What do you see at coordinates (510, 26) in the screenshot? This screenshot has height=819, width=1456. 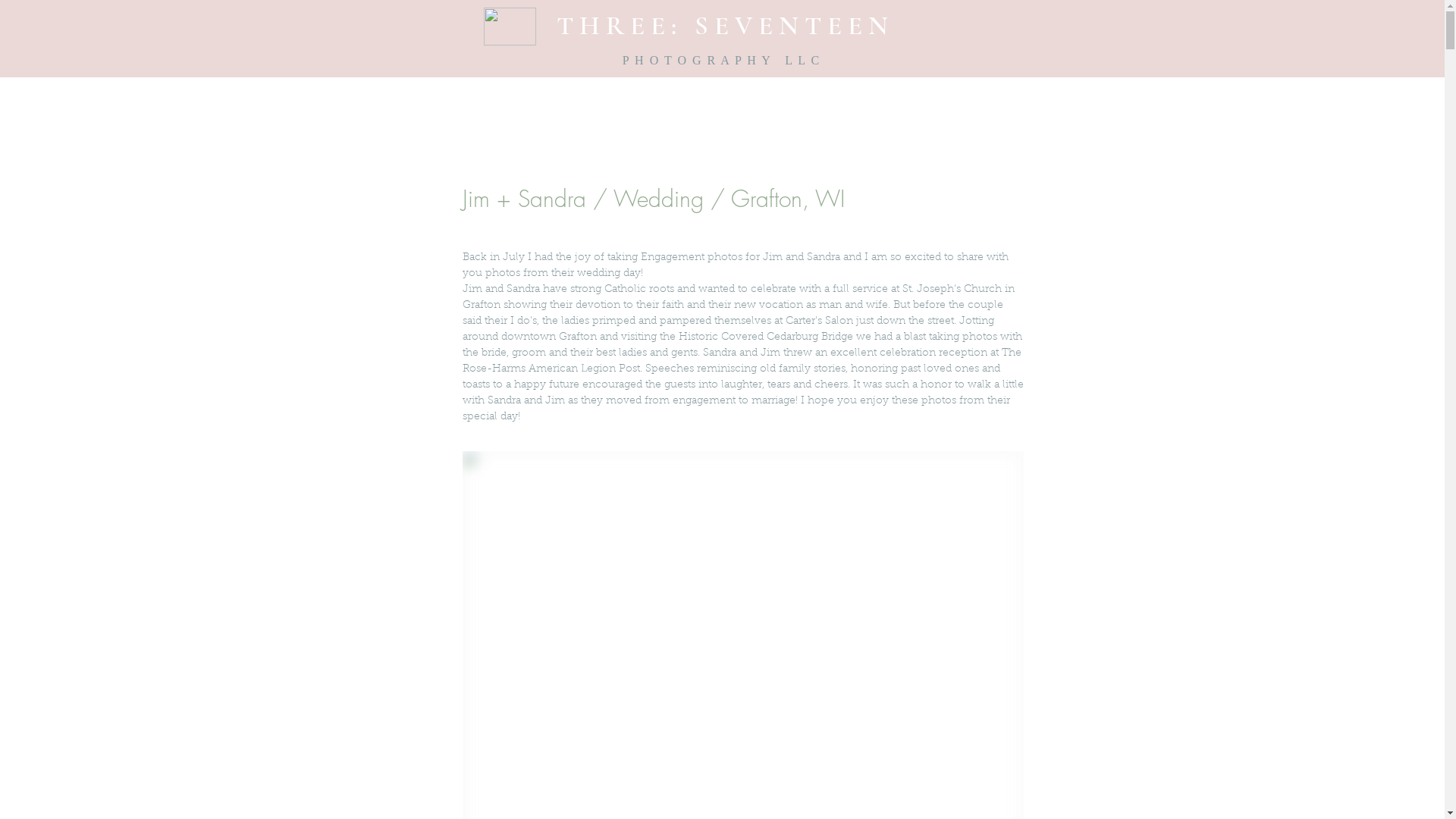 I see `'newTS.gif'` at bounding box center [510, 26].